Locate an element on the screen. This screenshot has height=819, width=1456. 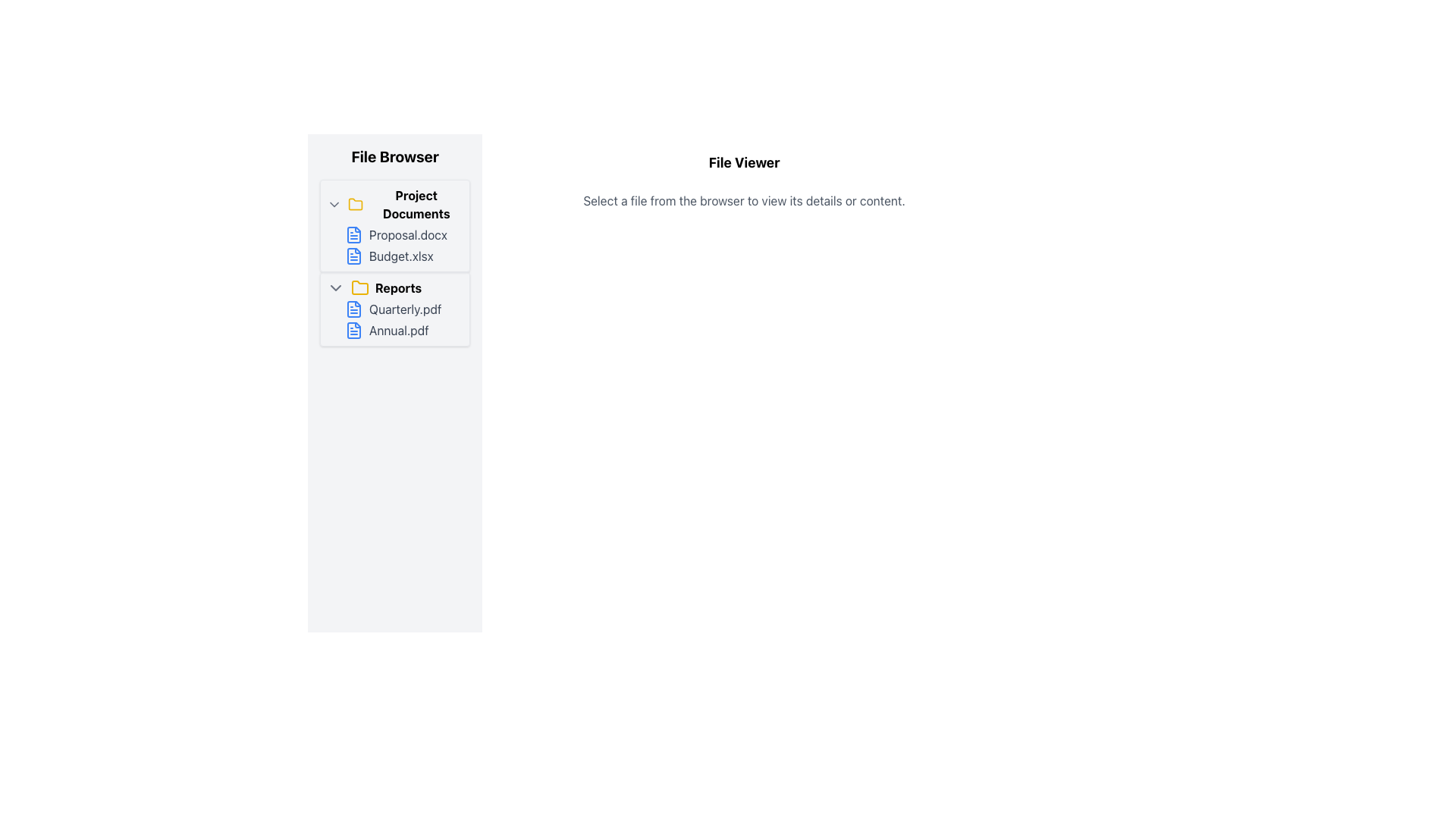
the document file icon representing 'Annual.pdf' in the 'Reports' section of the sidebar navigation is located at coordinates (353, 329).